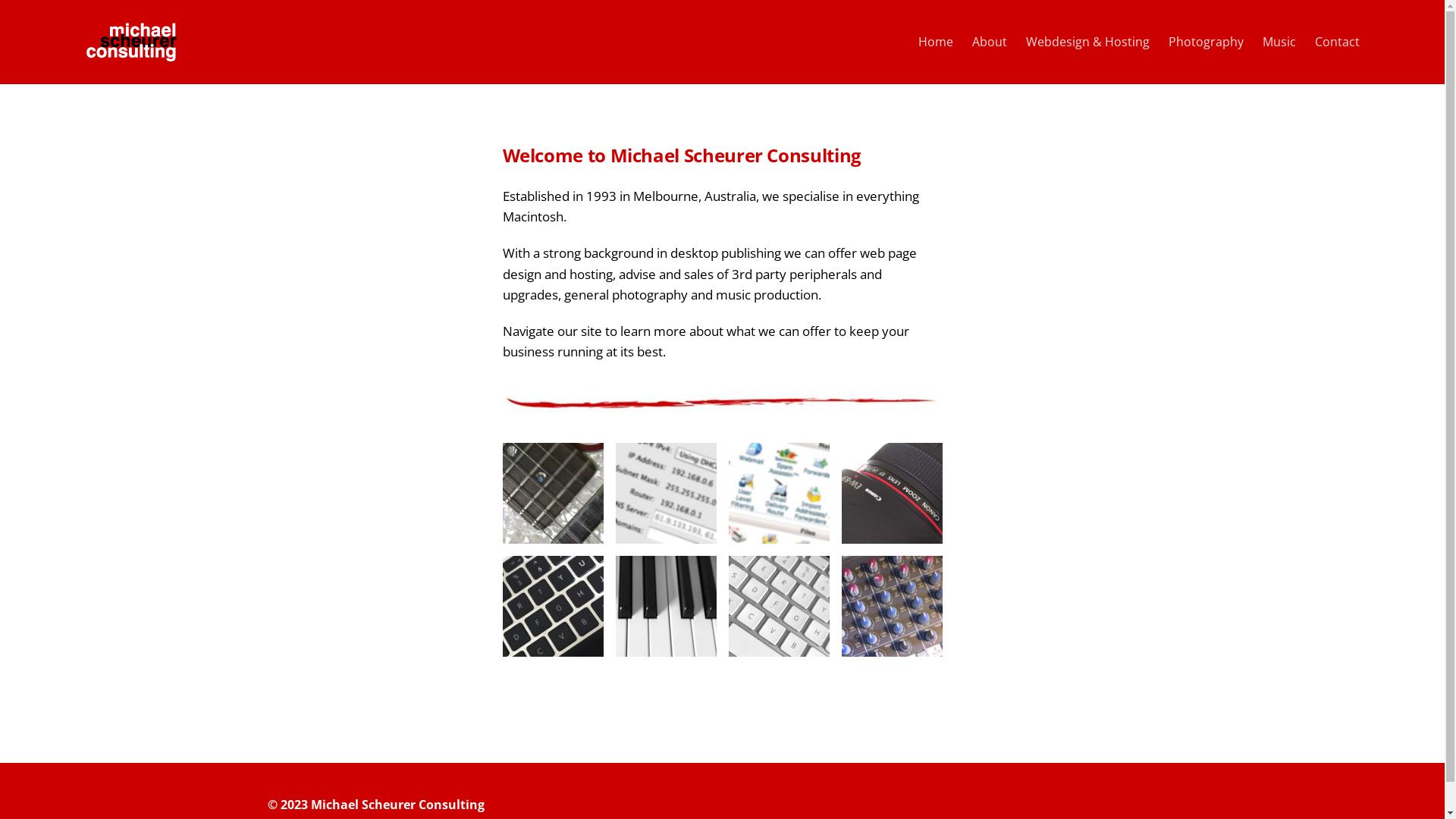 Image resolution: width=1456 pixels, height=819 pixels. What do you see at coordinates (990, 41) in the screenshot?
I see `'About'` at bounding box center [990, 41].